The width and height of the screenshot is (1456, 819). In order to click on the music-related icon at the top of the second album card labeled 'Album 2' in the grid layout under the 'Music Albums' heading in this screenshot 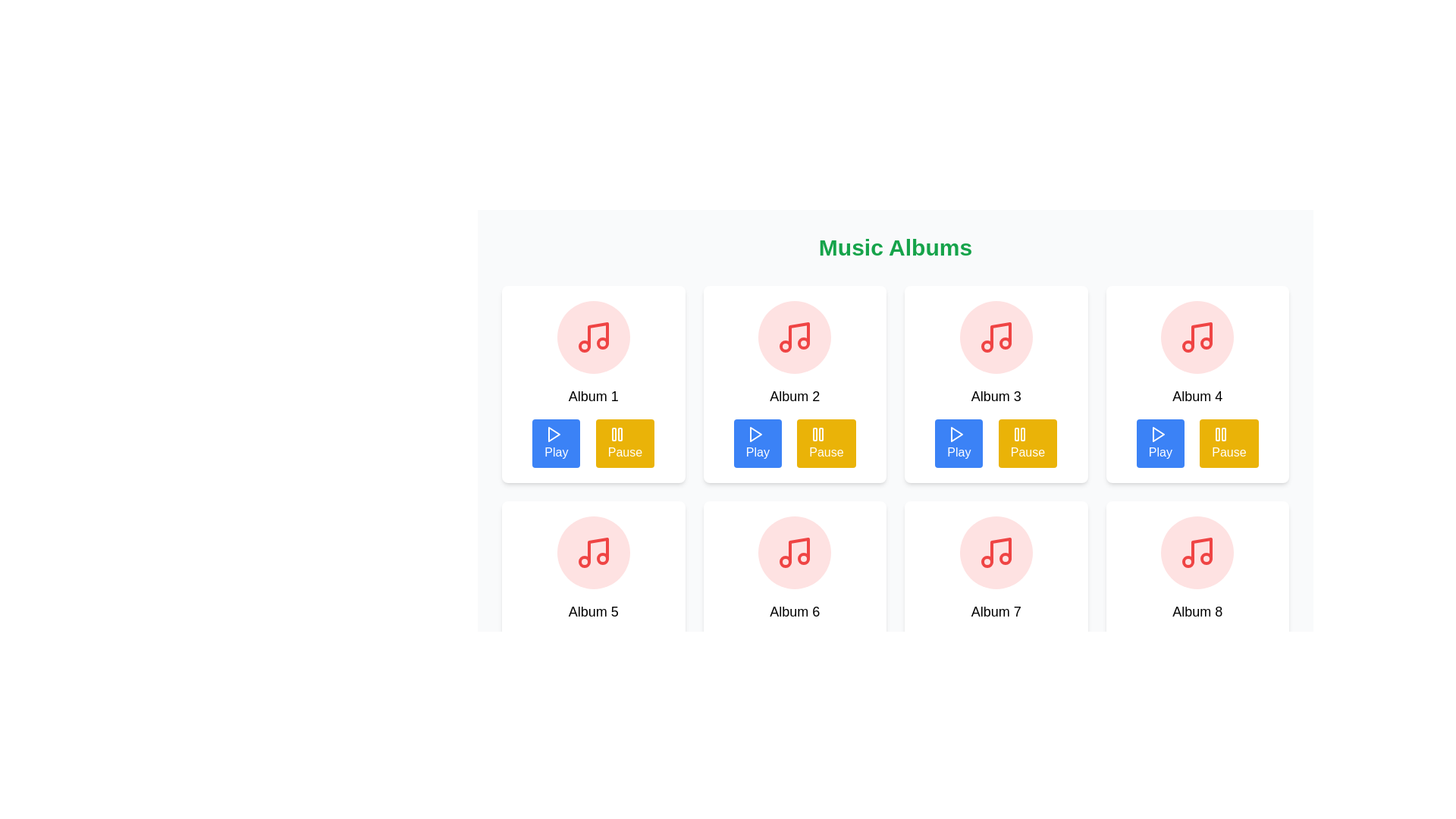, I will do `click(794, 336)`.